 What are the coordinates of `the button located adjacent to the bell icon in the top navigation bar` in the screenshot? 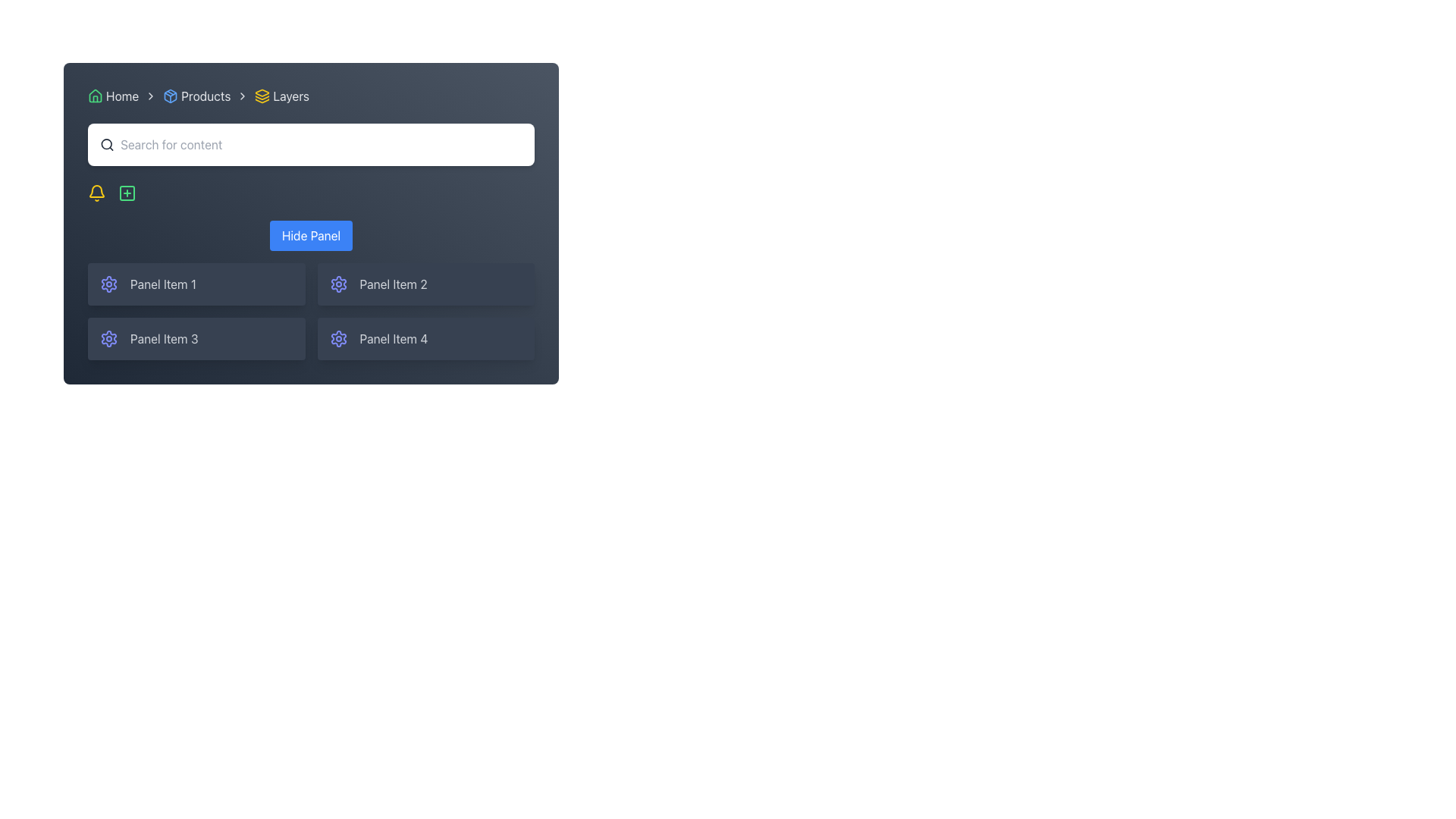 It's located at (127, 192).